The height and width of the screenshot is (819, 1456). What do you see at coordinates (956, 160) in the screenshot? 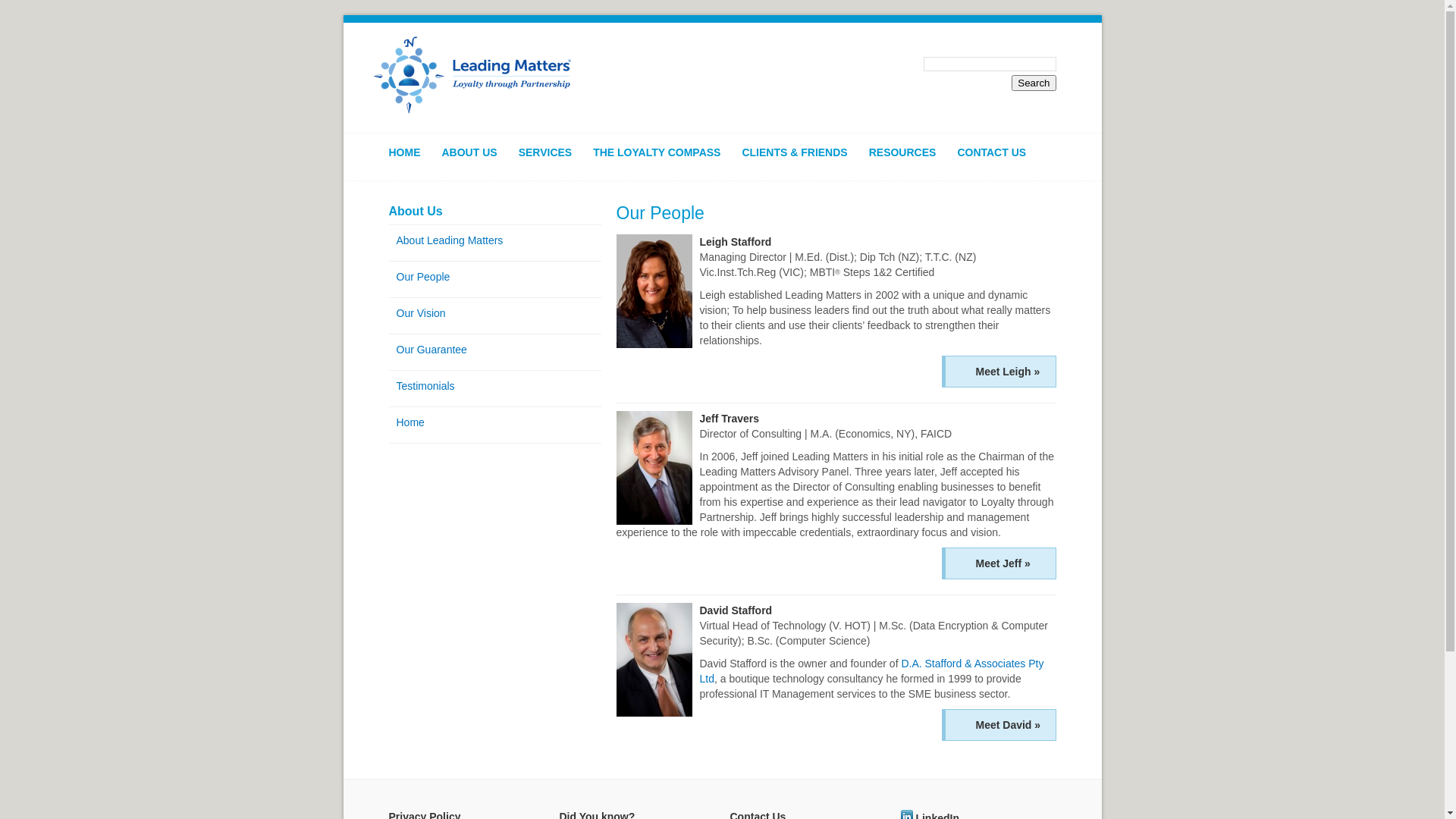
I see `'CONTACT US'` at bounding box center [956, 160].